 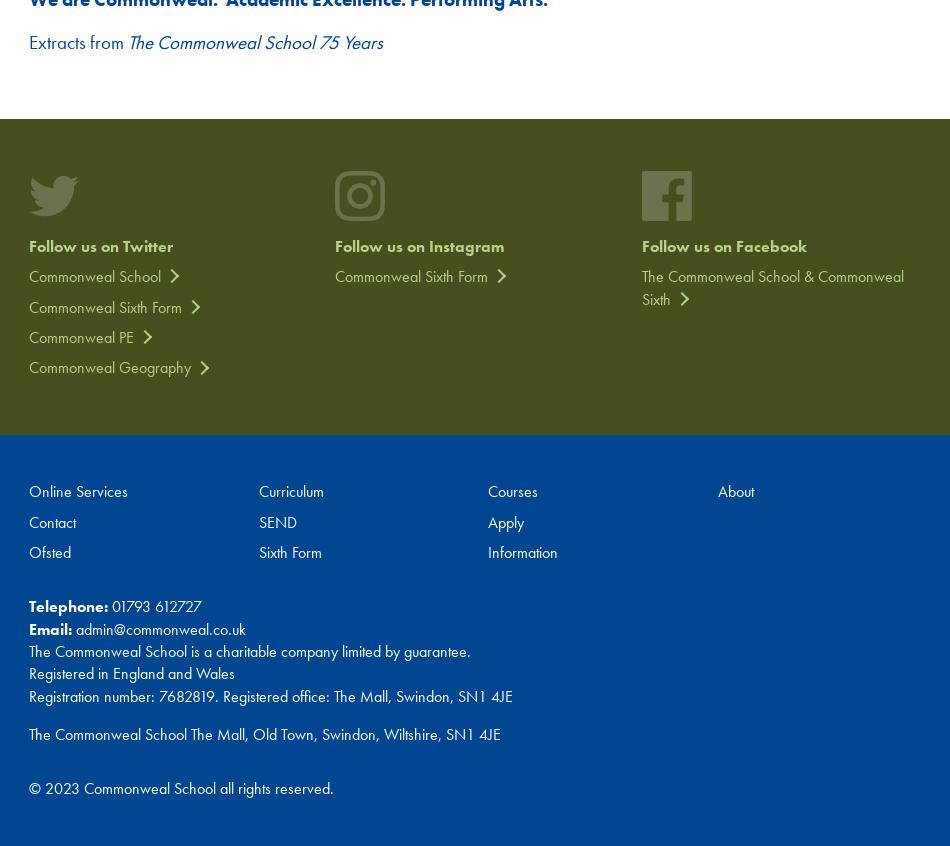 What do you see at coordinates (513, 490) in the screenshot?
I see `'Courses'` at bounding box center [513, 490].